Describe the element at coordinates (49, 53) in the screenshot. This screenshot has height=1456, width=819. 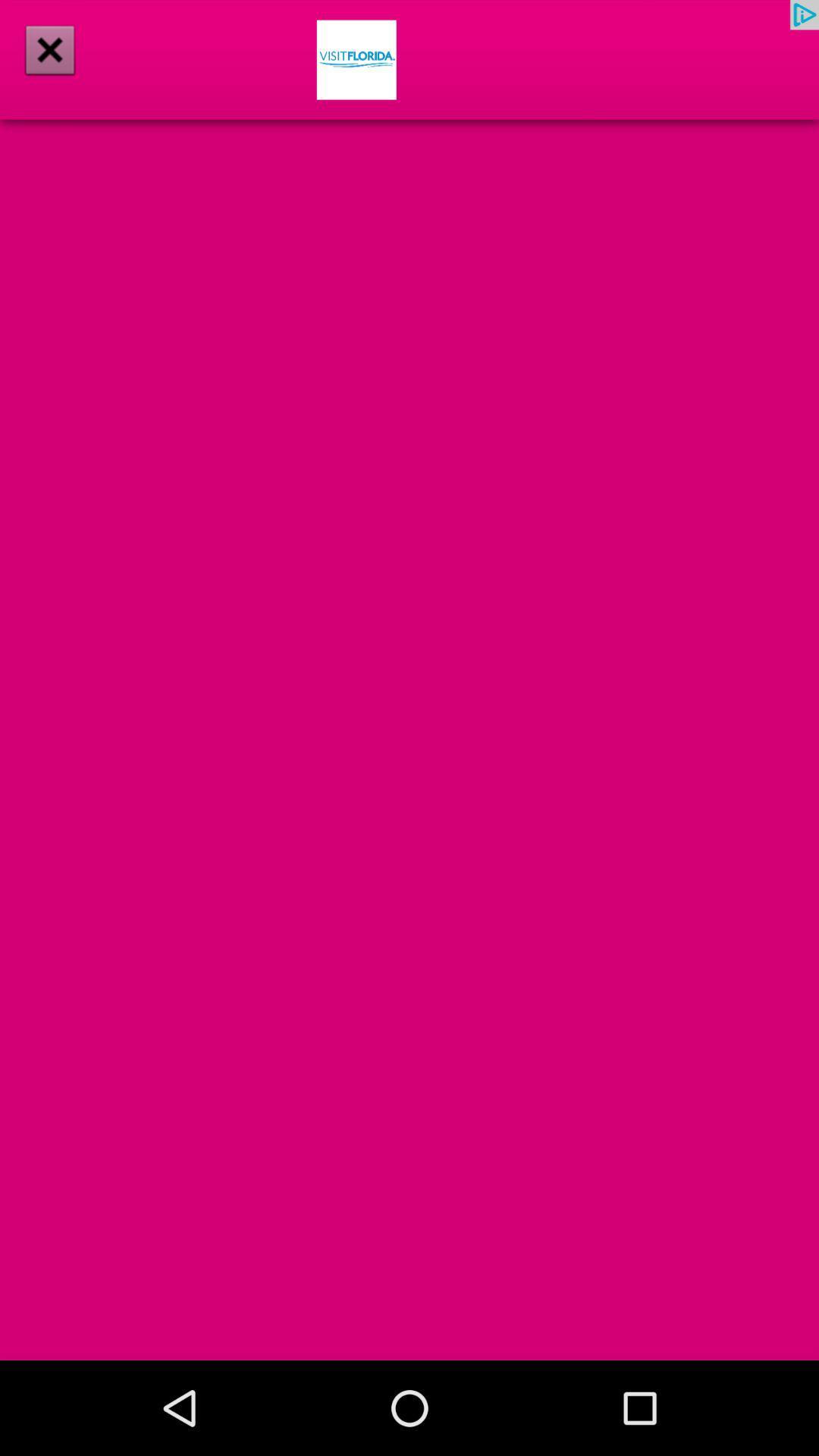
I see `the close icon` at that location.